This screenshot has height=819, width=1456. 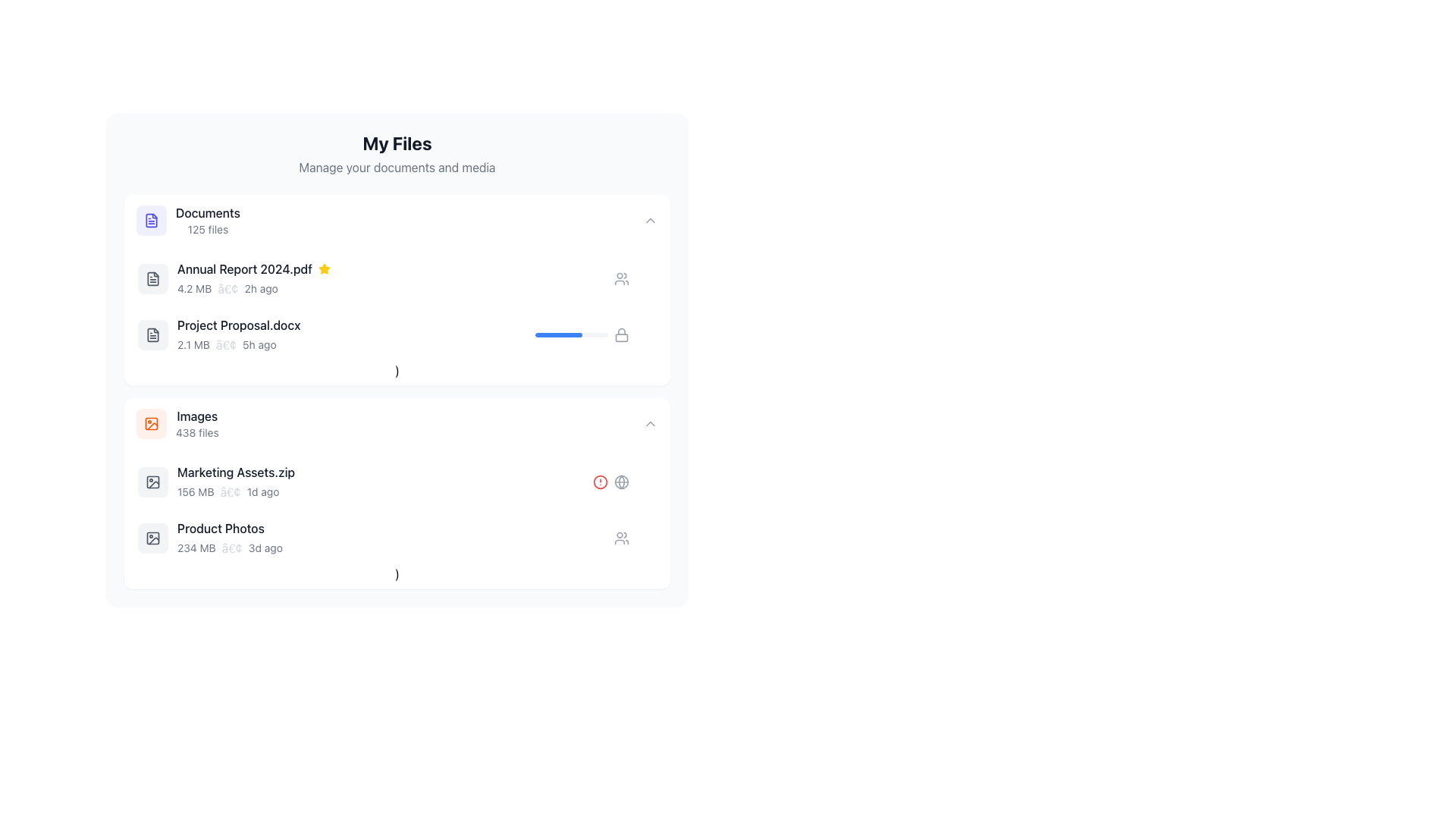 What do you see at coordinates (238, 324) in the screenshot?
I see `the text label indicating the file name 'Project Proposal.docx'` at bounding box center [238, 324].